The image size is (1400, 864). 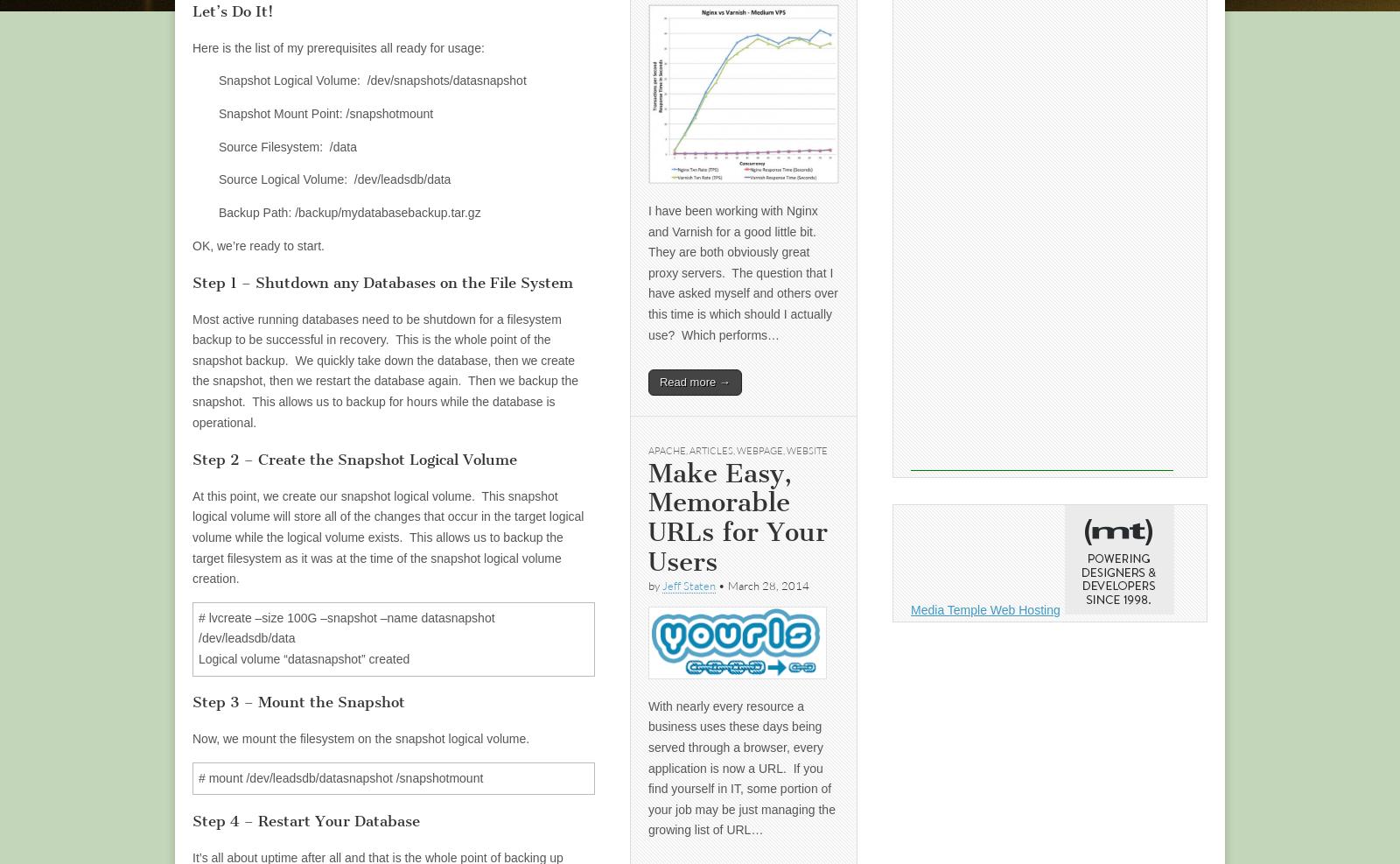 What do you see at coordinates (740, 767) in the screenshot?
I see `'With nearly every resource a business uses these days being served through a browser, every application is now a URL.  If you find yourself in IT, some portion of your job may be just managing the growing list of URL…'` at bounding box center [740, 767].